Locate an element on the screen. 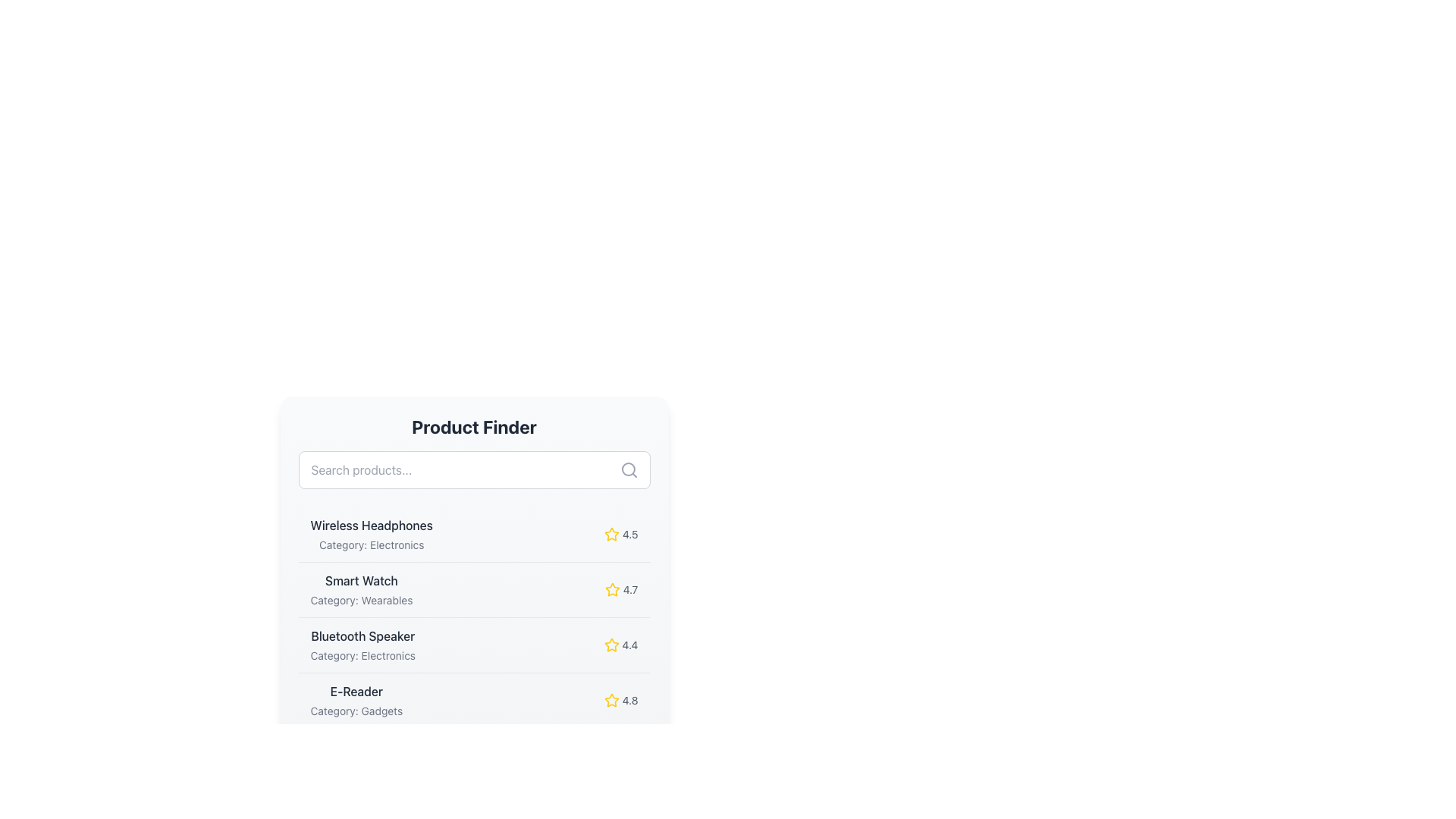 Image resolution: width=1456 pixels, height=819 pixels. the text label that reads 'Category: Wearables', which is styled with a smaller font size and gray color, located directly below the 'Smart Watch' text is located at coordinates (360, 599).